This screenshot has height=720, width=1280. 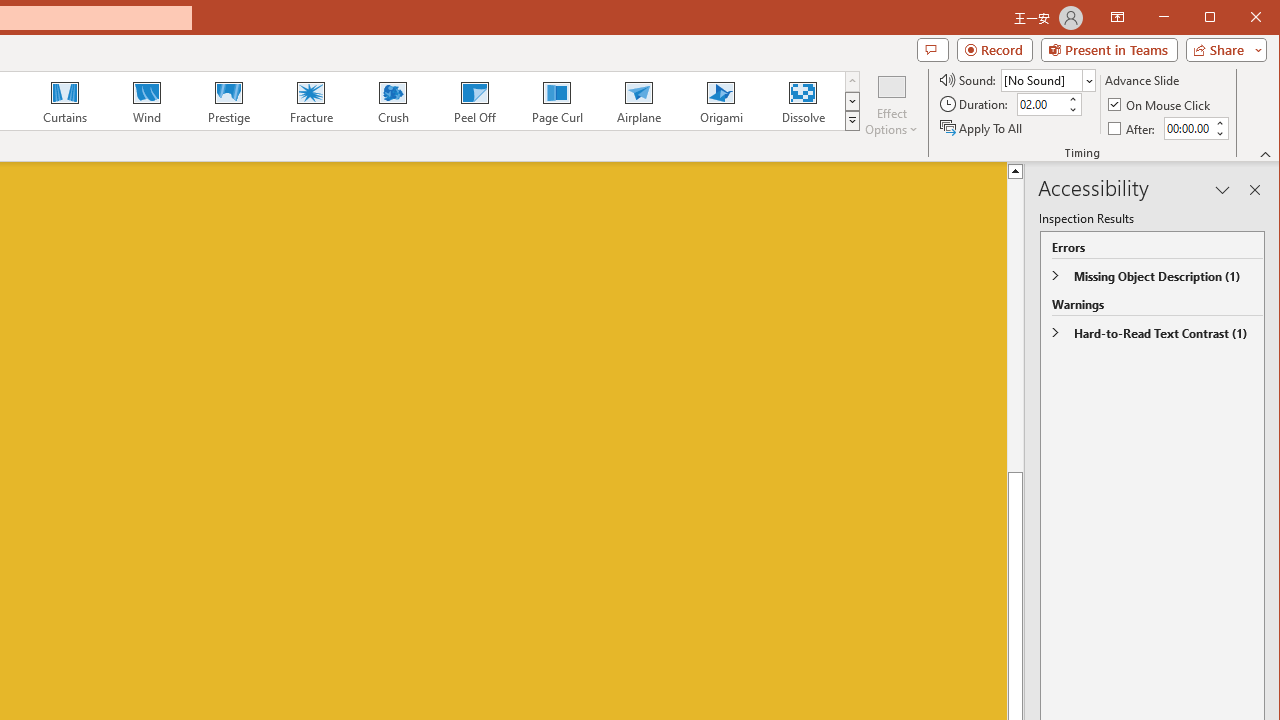 I want to click on 'After', so click(x=1133, y=128).